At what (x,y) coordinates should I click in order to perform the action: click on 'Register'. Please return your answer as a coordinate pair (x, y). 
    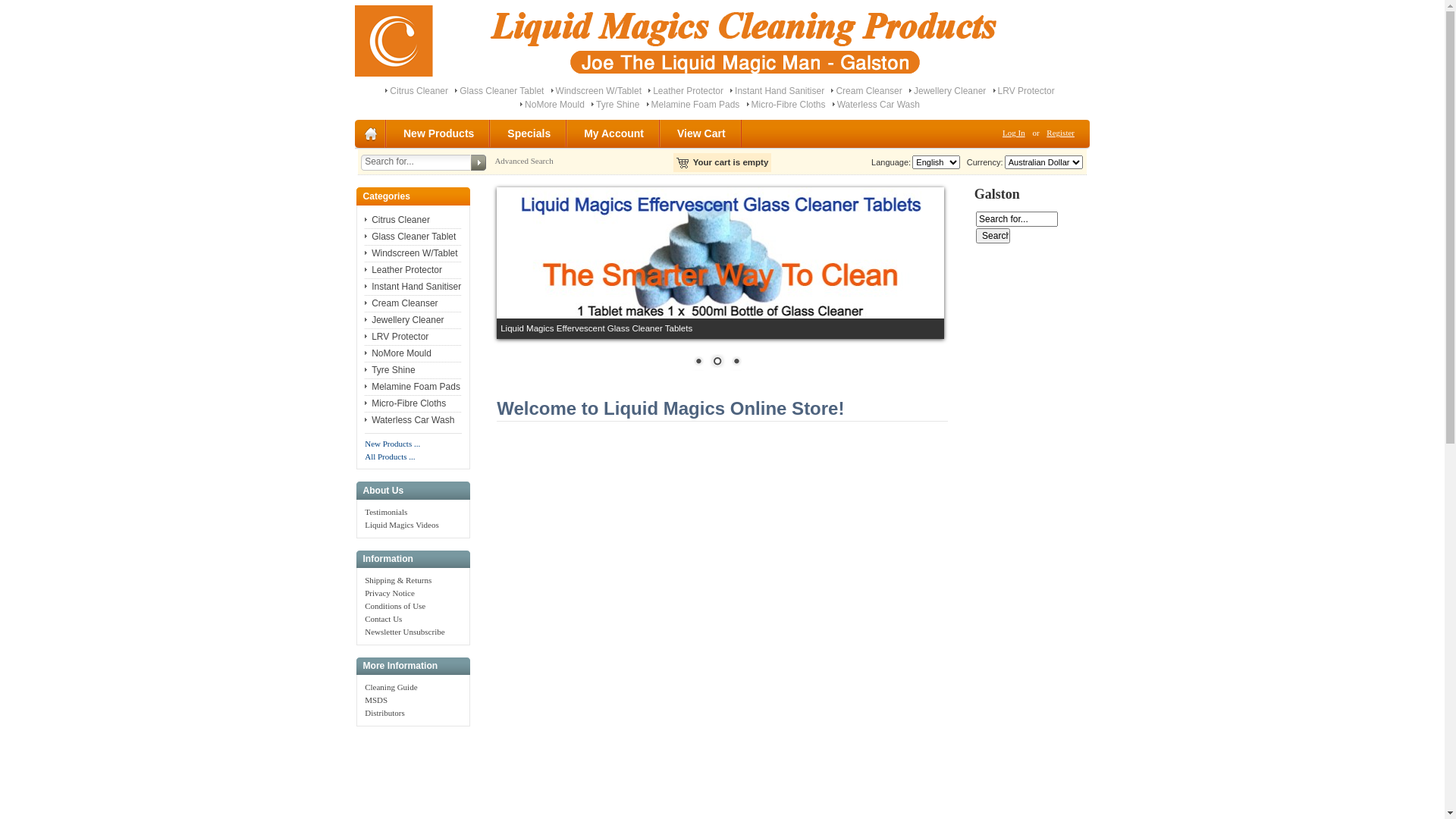
    Looking at the image, I should click on (1040, 131).